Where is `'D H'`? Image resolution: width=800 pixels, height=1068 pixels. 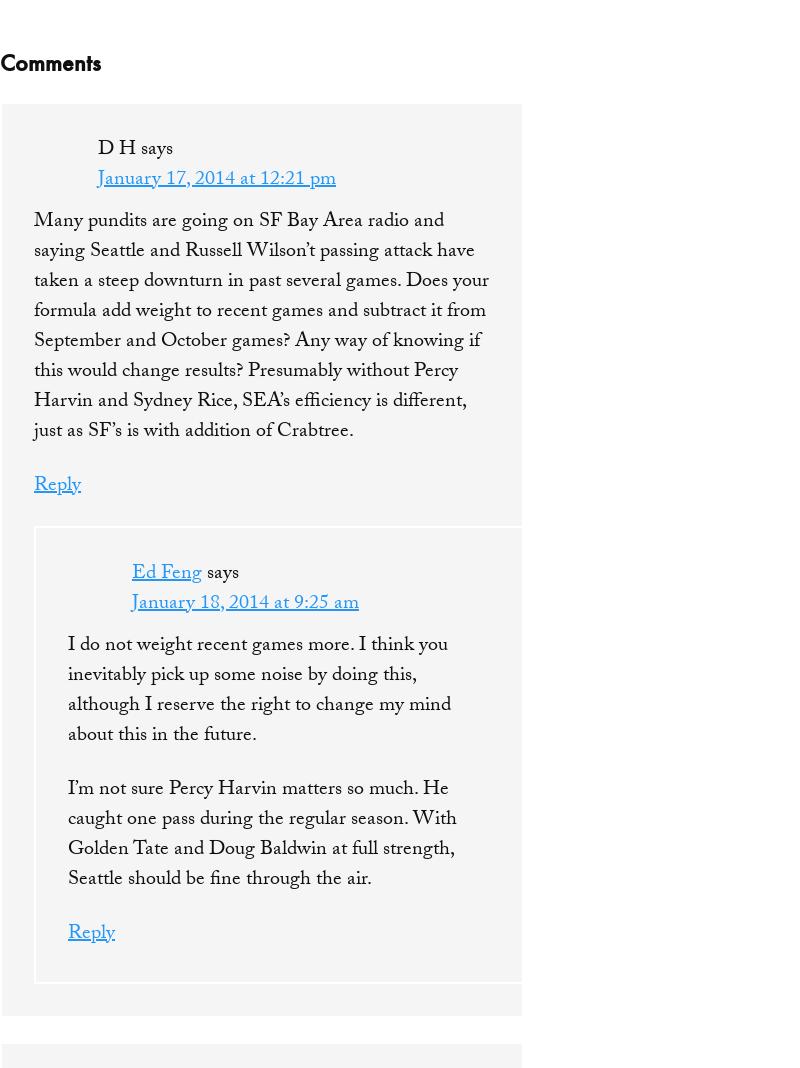
'D H' is located at coordinates (115, 149).